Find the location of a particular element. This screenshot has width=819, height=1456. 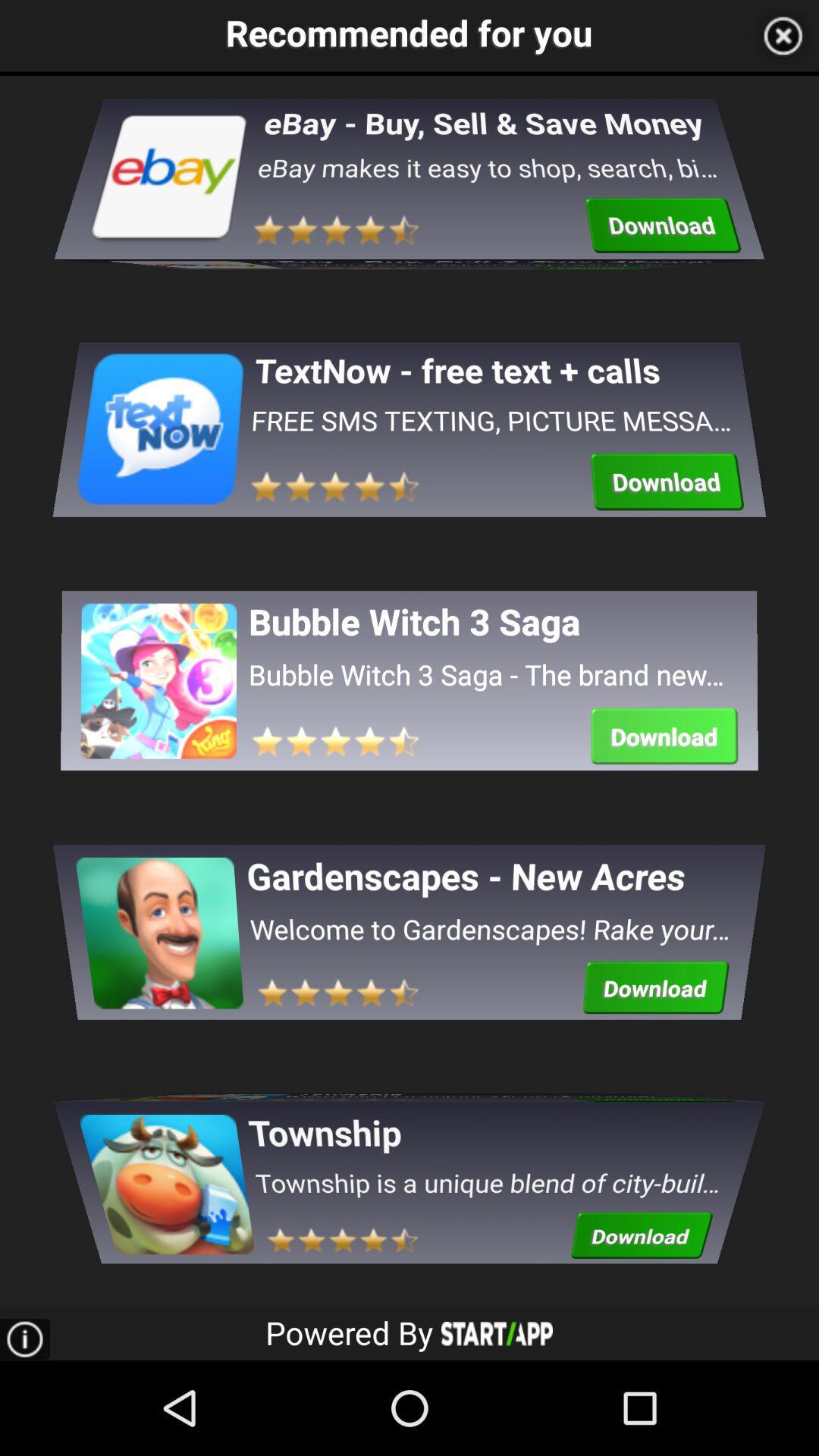

icon next to recommended for you icon is located at coordinates (783, 36).